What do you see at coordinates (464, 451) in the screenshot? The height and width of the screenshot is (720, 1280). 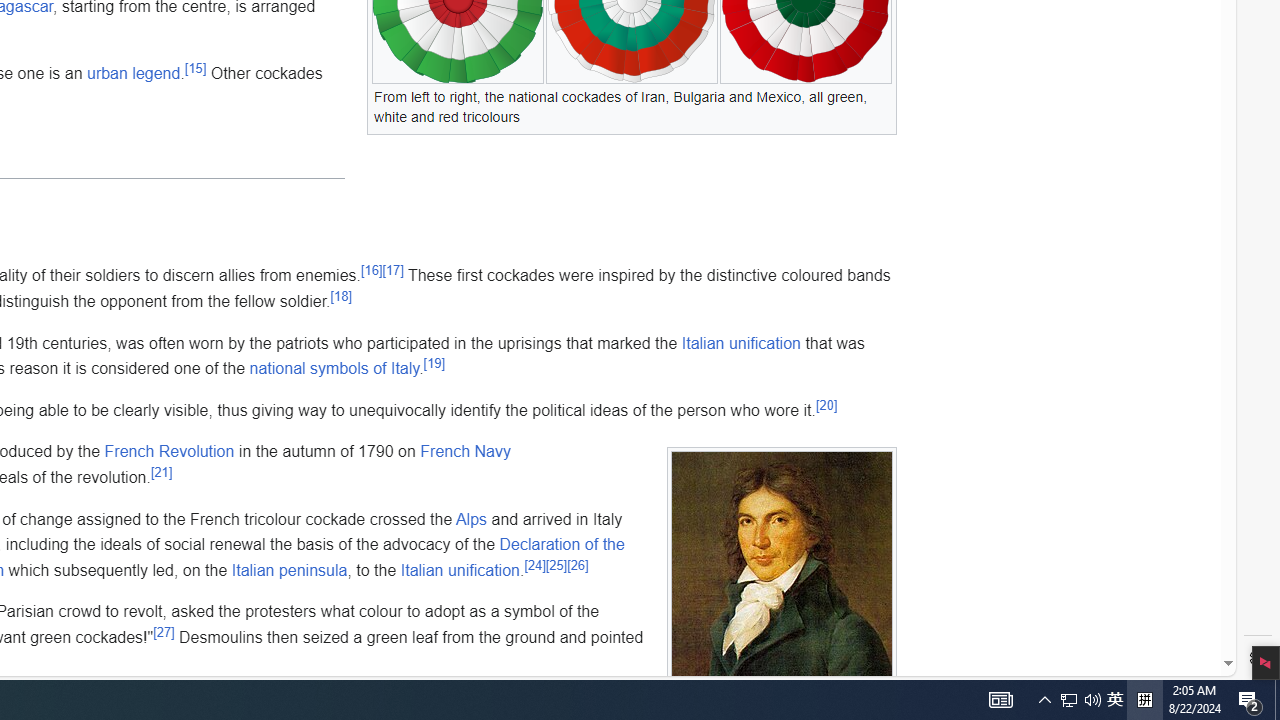 I see `'French Navy'` at bounding box center [464, 451].